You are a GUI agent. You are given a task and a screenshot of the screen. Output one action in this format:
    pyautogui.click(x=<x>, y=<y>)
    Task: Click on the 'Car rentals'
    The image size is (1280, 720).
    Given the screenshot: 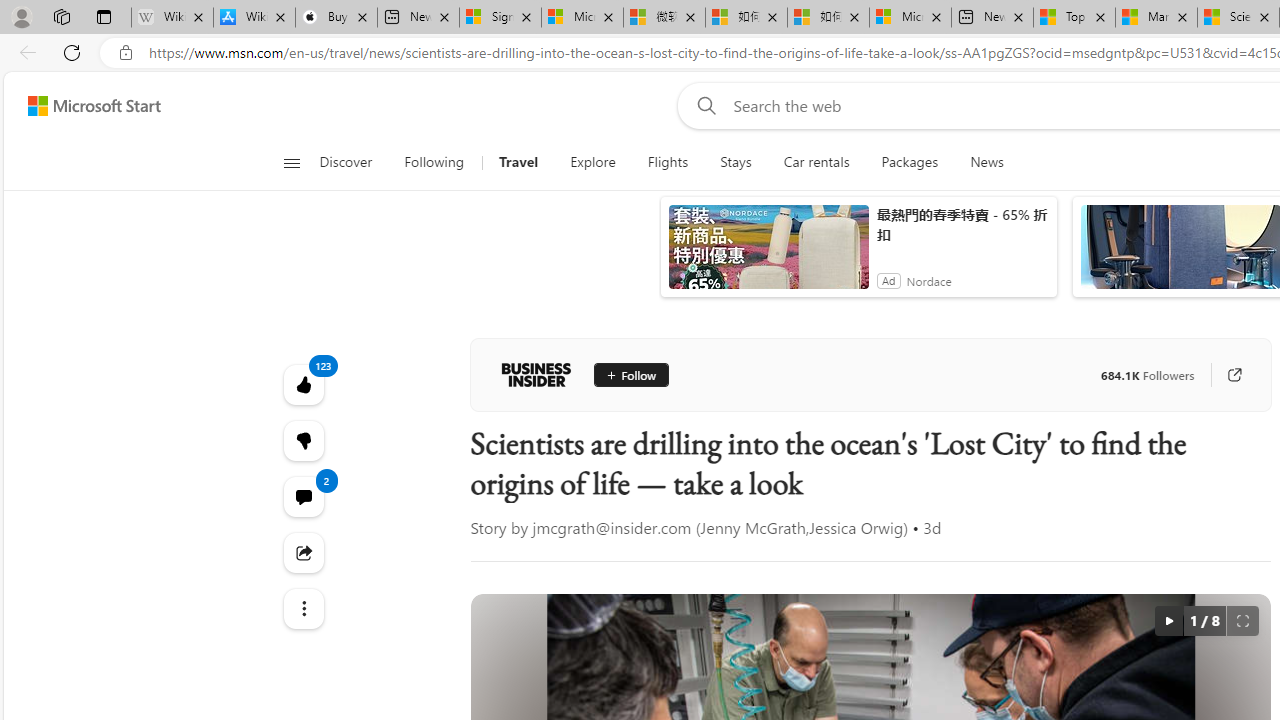 What is the action you would take?
    pyautogui.click(x=816, y=162)
    